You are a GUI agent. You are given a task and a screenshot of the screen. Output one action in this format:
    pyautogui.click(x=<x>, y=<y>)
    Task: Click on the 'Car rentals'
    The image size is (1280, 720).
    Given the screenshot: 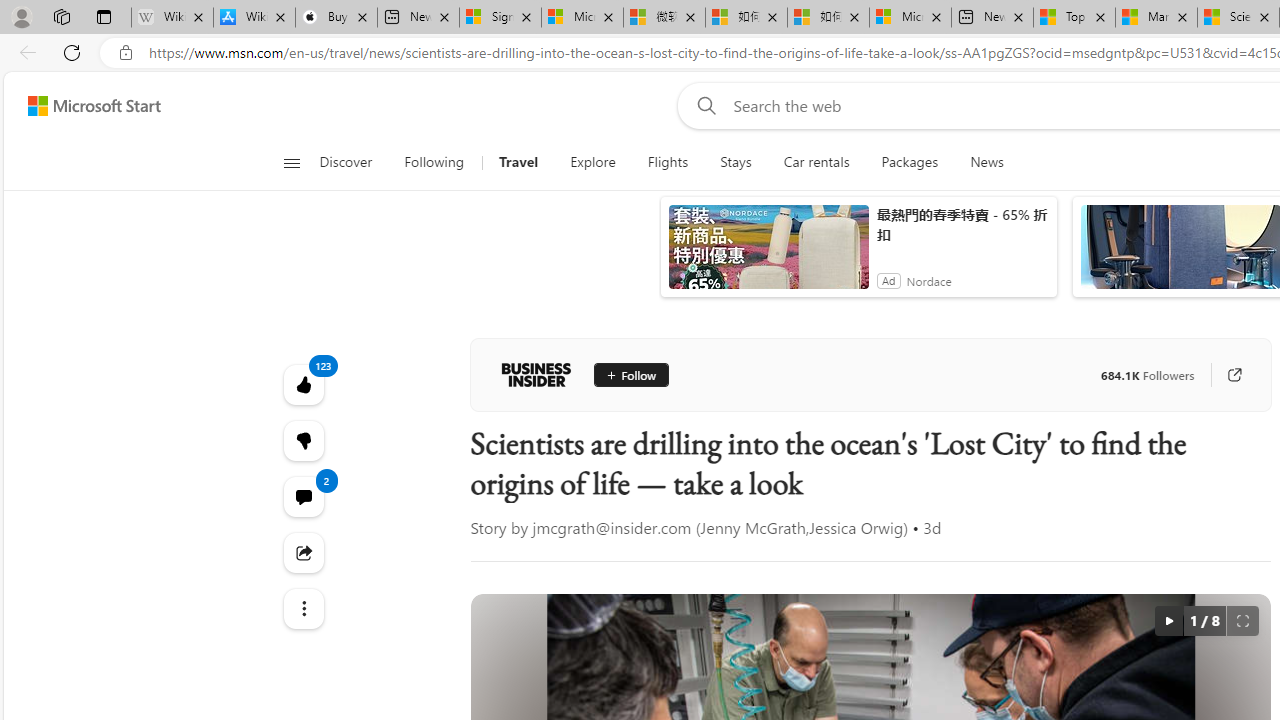 What is the action you would take?
    pyautogui.click(x=816, y=162)
    